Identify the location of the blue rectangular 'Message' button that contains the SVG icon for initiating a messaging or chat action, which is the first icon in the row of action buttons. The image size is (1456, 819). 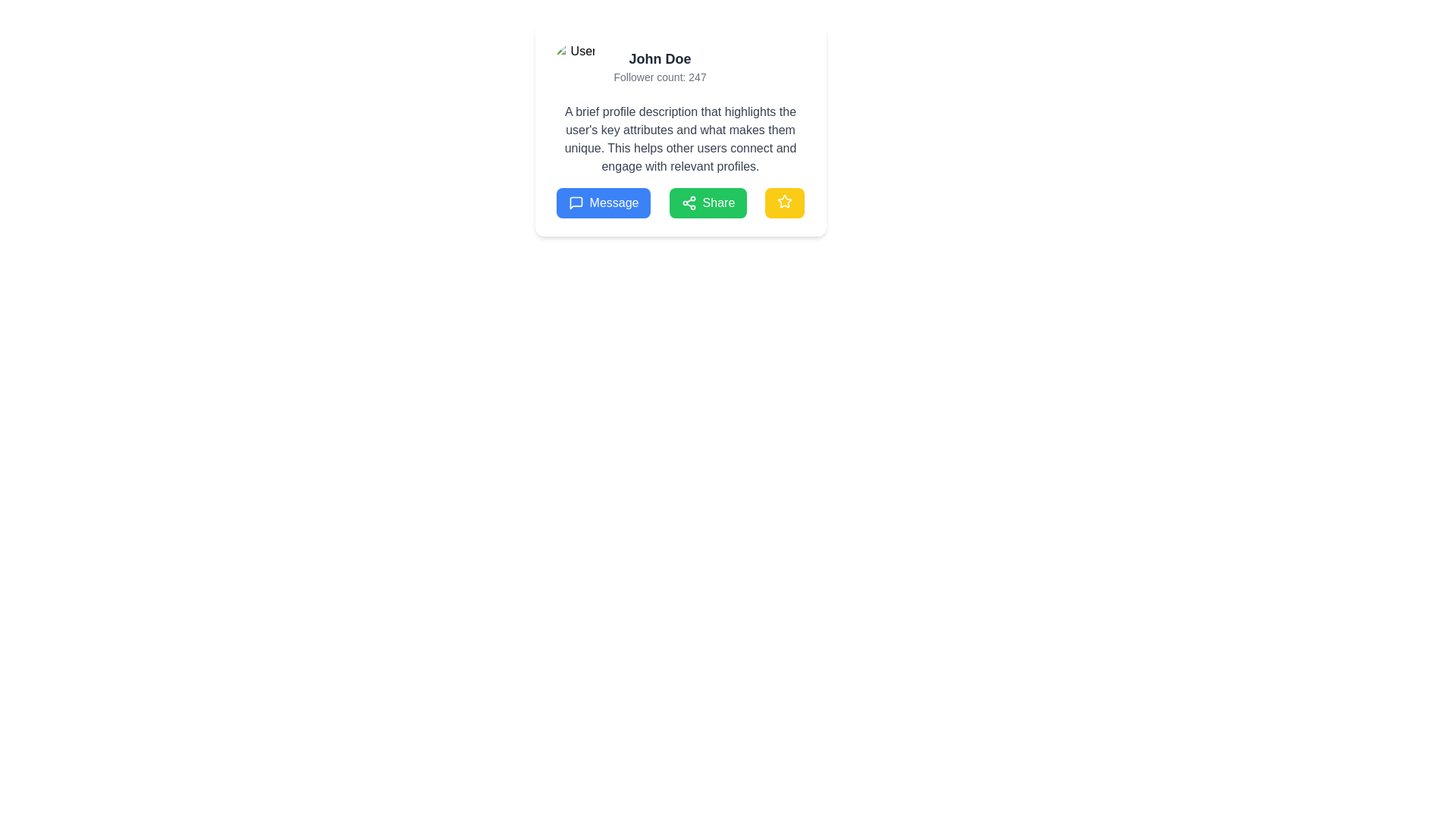
(575, 202).